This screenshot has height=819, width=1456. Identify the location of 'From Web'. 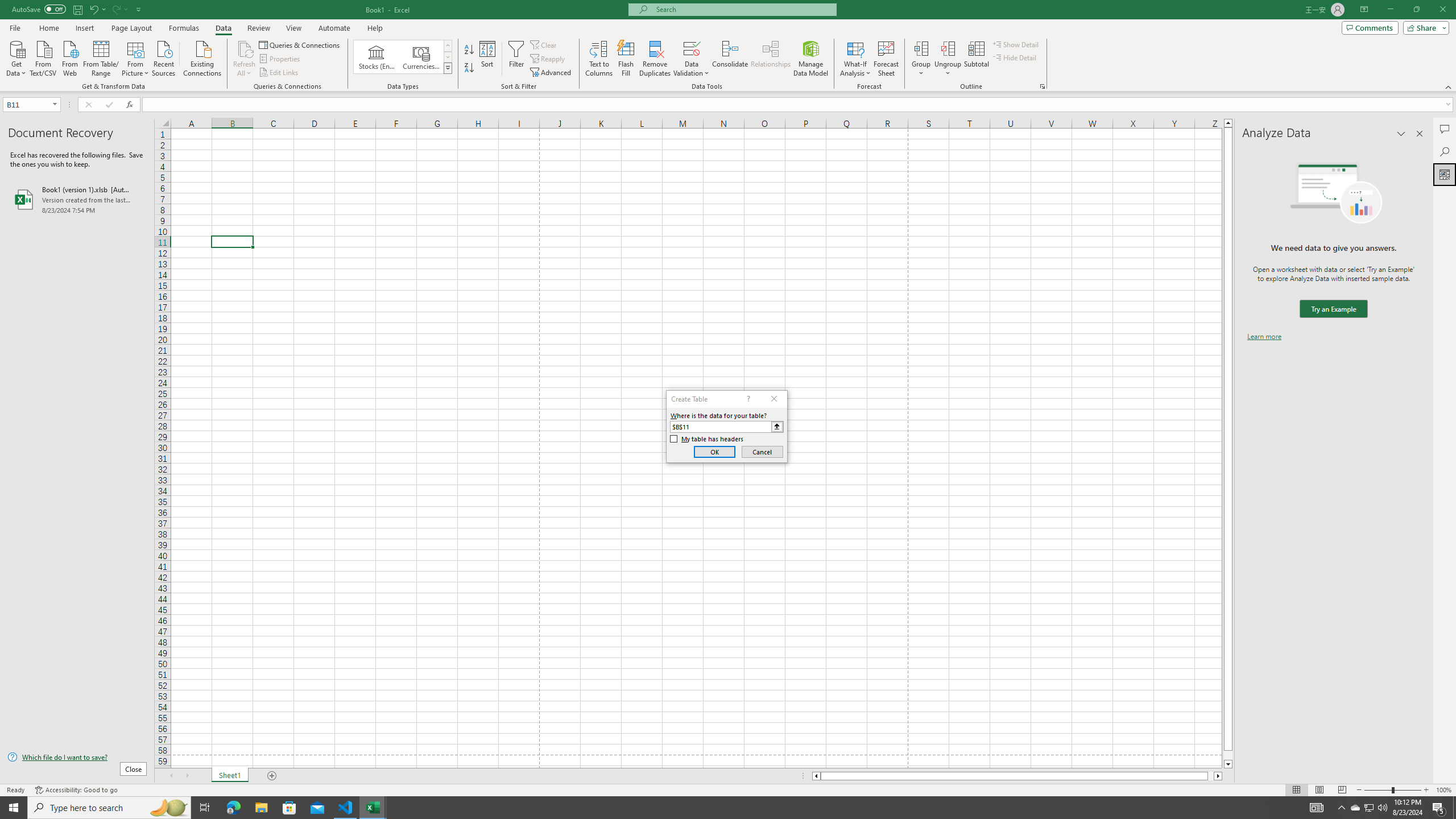
(69, 57).